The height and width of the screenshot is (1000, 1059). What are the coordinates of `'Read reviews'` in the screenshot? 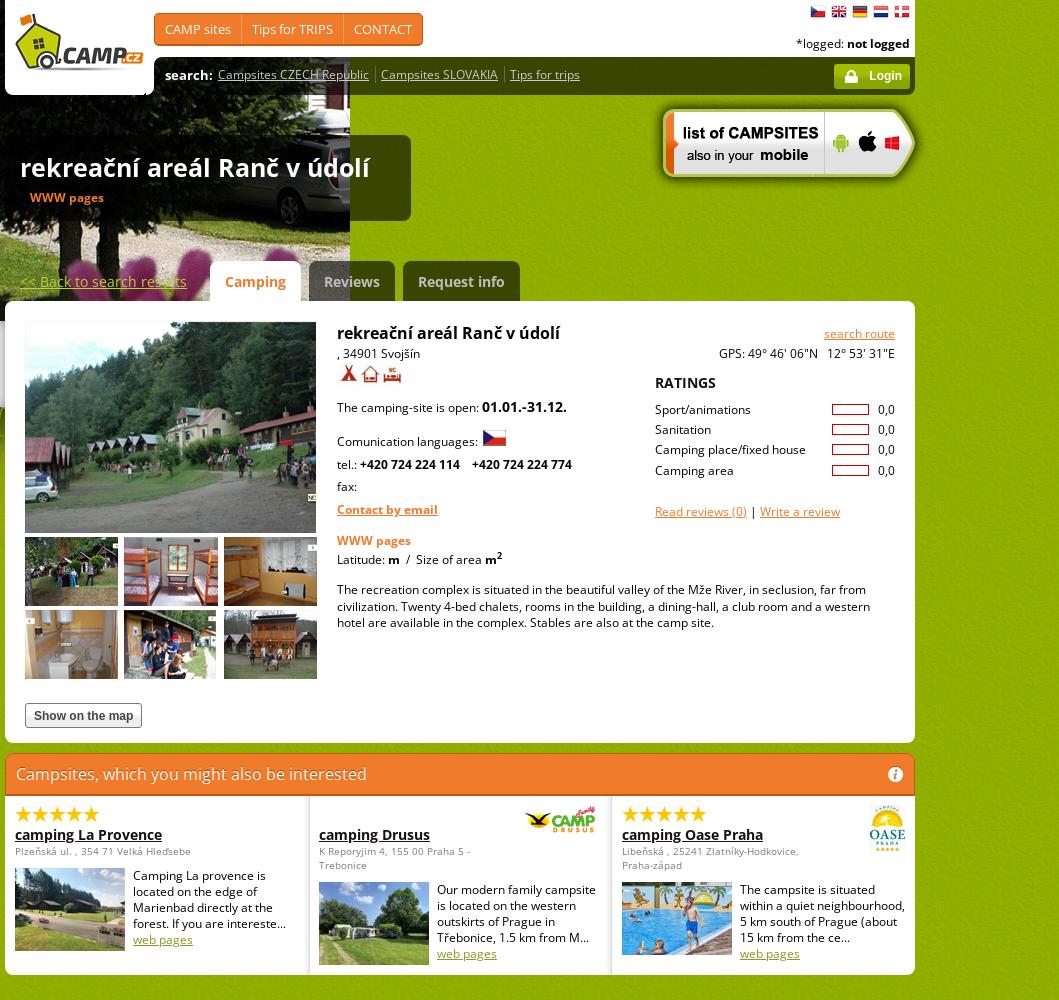 It's located at (691, 510).